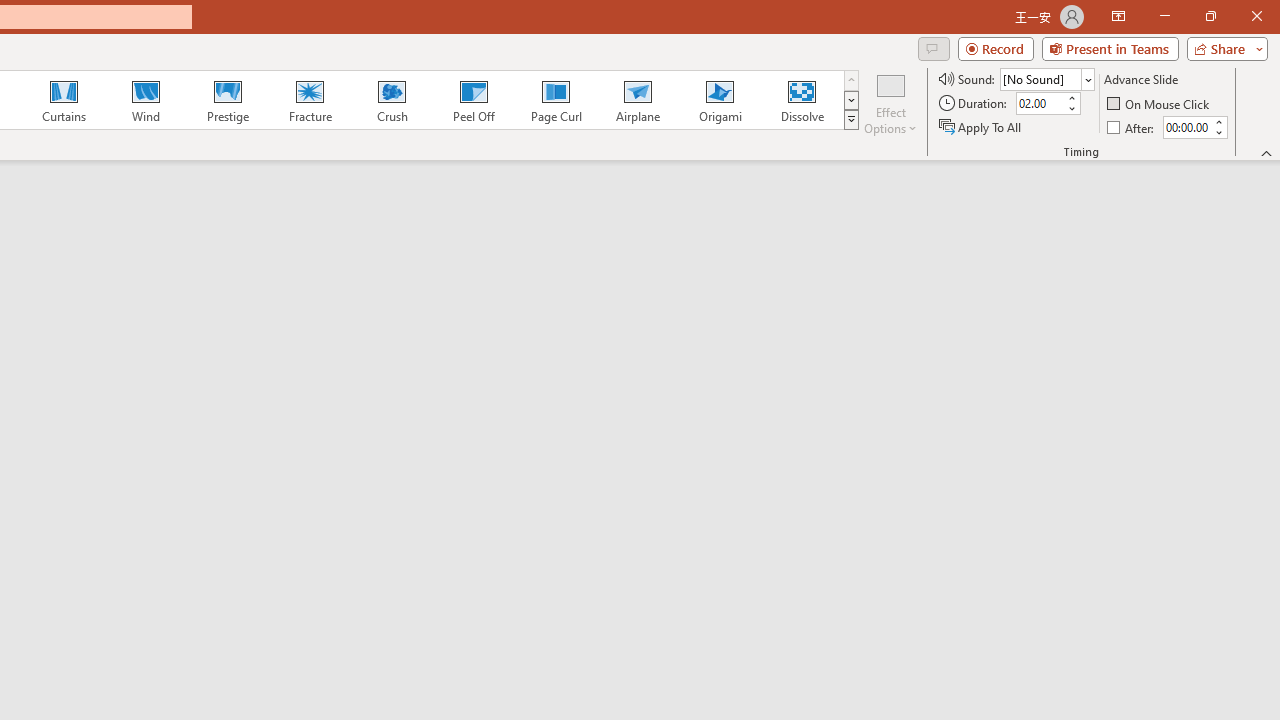  Describe the element at coordinates (144, 100) in the screenshot. I see `'Wind'` at that location.